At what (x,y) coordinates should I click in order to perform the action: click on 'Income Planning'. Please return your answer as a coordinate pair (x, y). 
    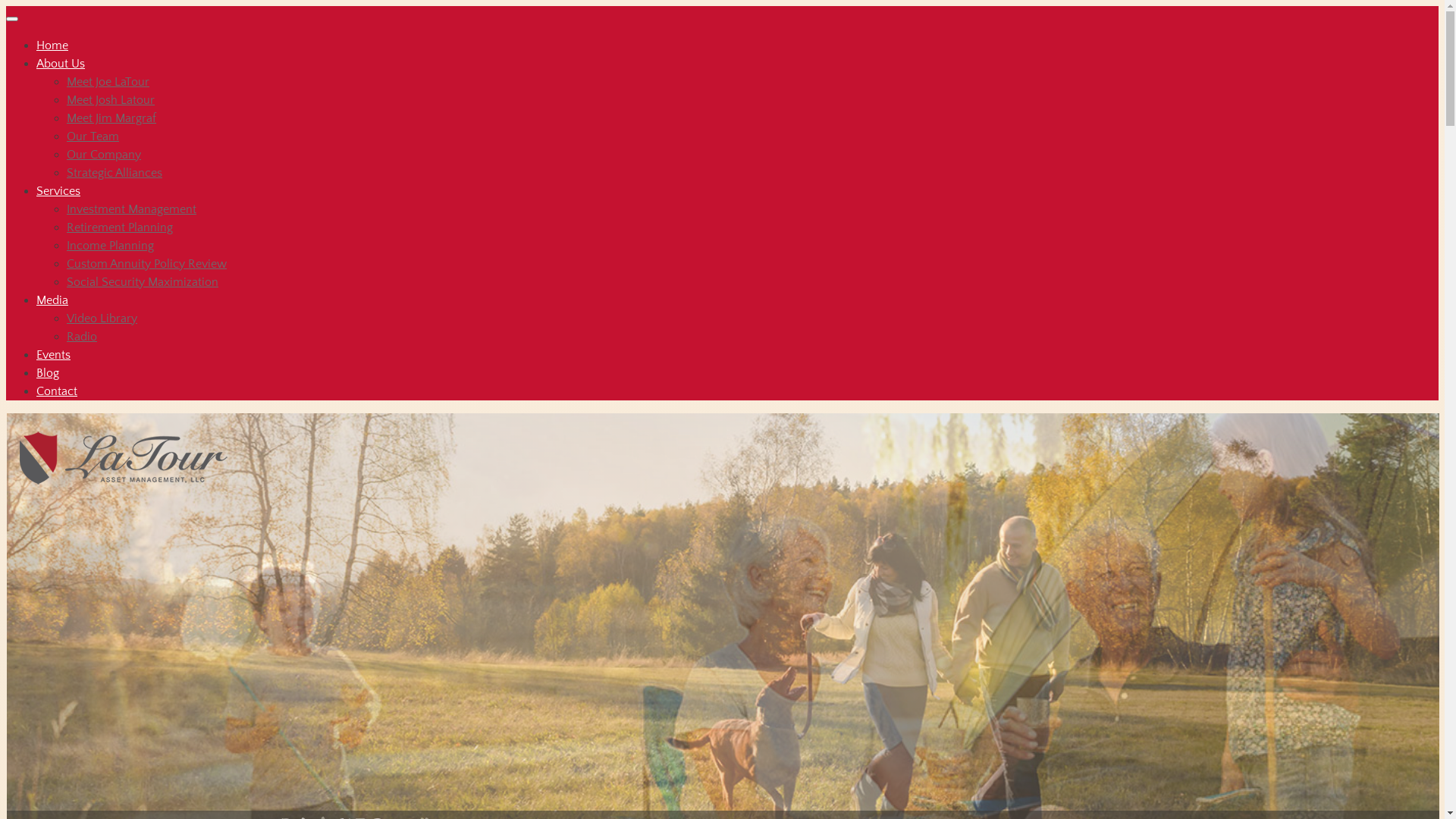
    Looking at the image, I should click on (65, 245).